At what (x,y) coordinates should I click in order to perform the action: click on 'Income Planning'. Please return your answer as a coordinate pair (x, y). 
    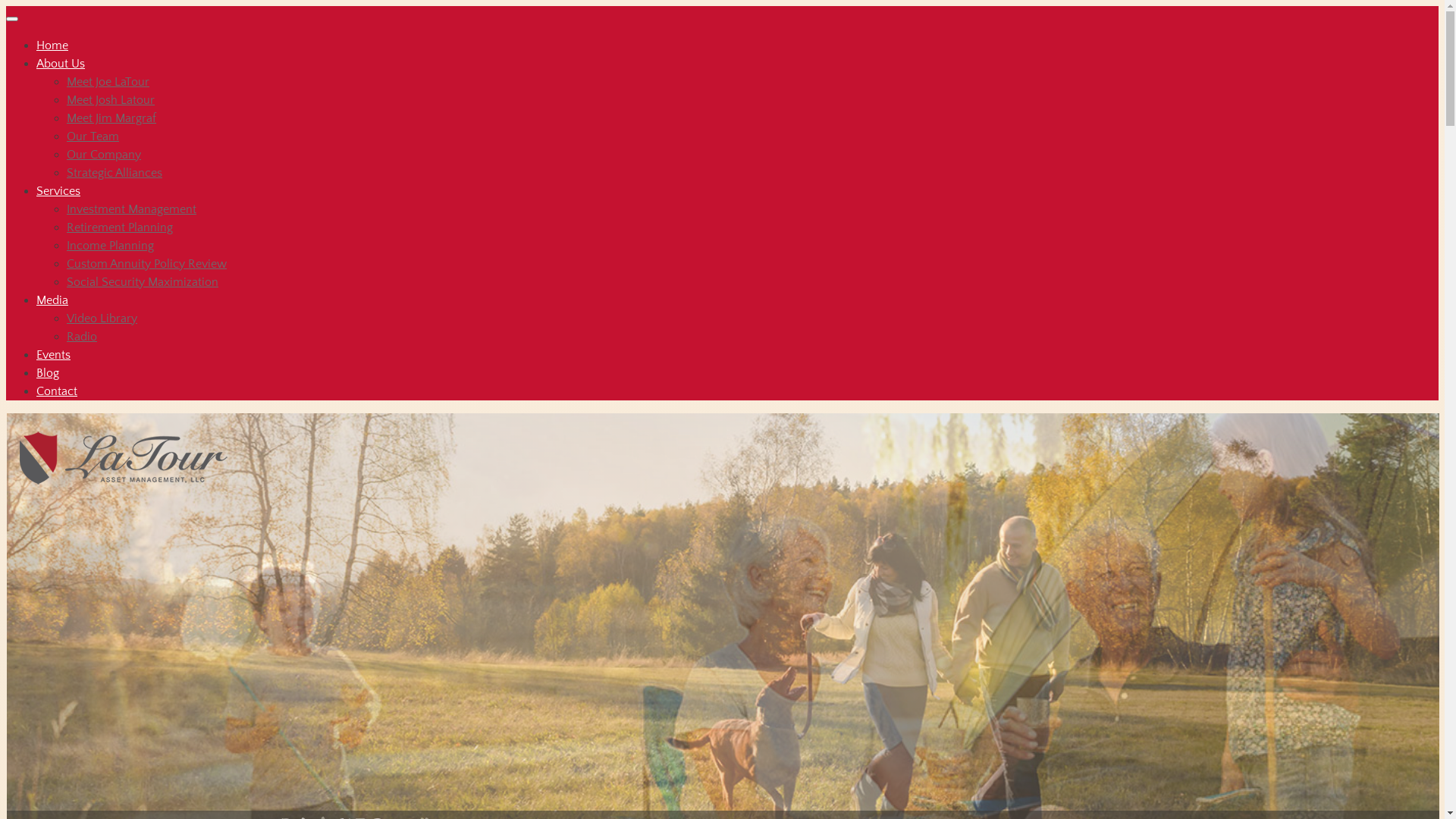
    Looking at the image, I should click on (65, 245).